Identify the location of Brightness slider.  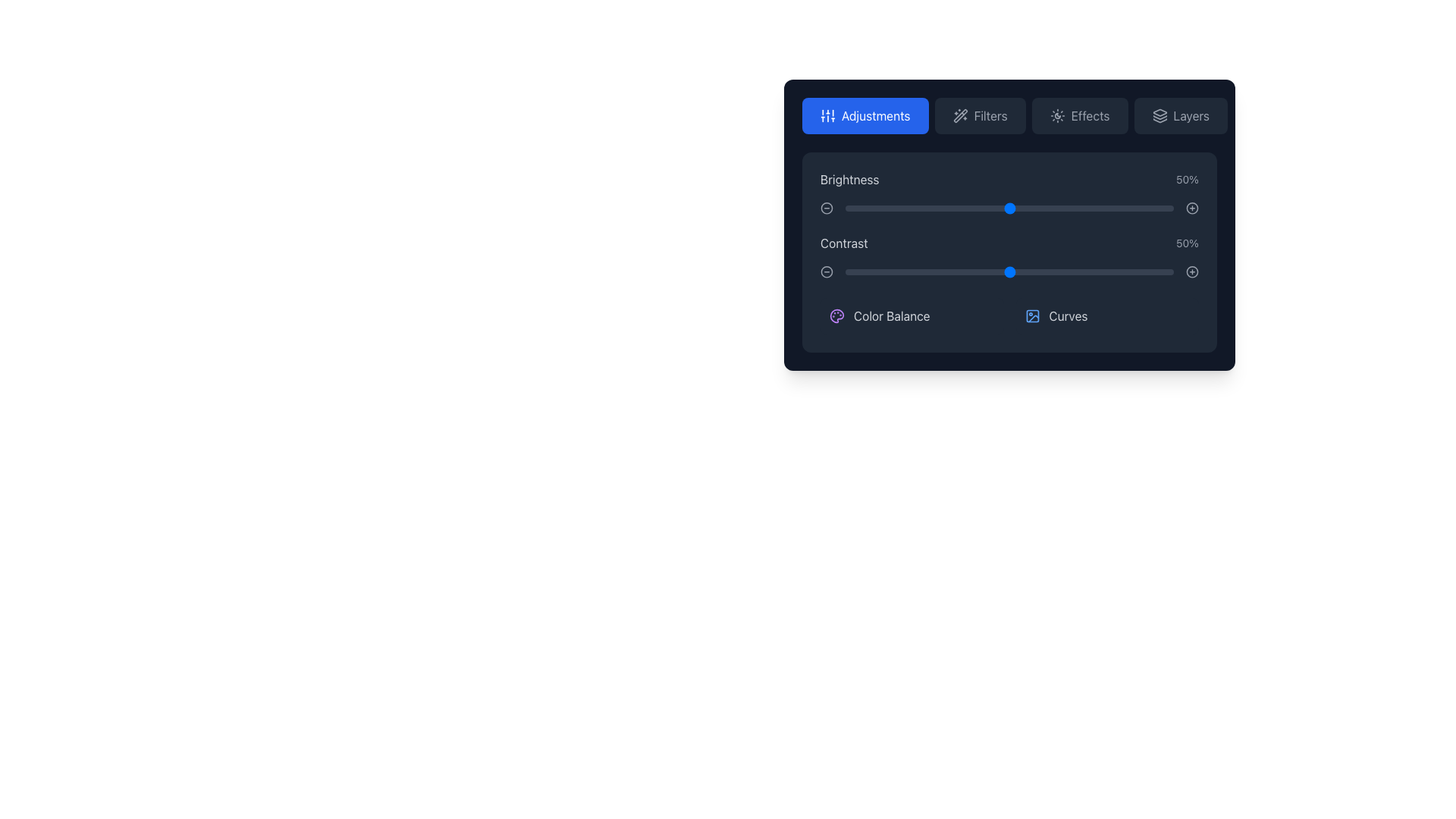
(852, 208).